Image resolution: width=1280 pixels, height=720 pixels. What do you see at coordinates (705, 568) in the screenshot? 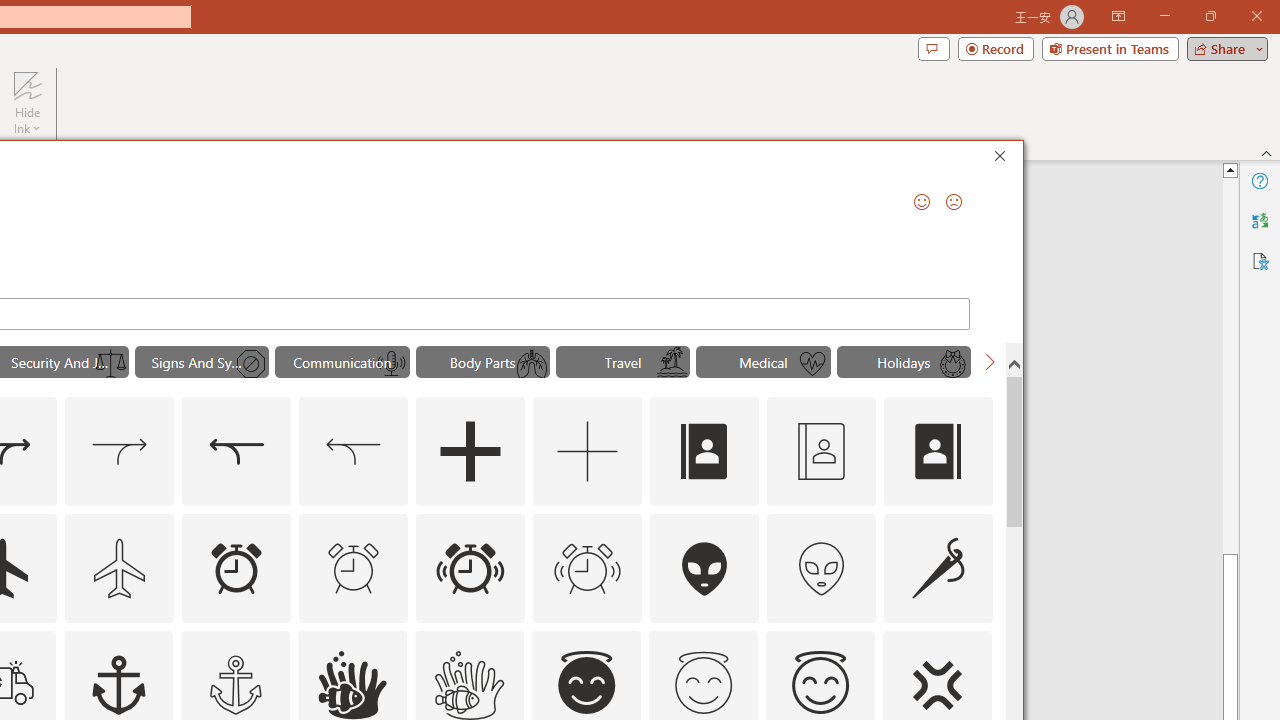
I see `'AutomationID: Icons_AlienFace'` at bounding box center [705, 568].